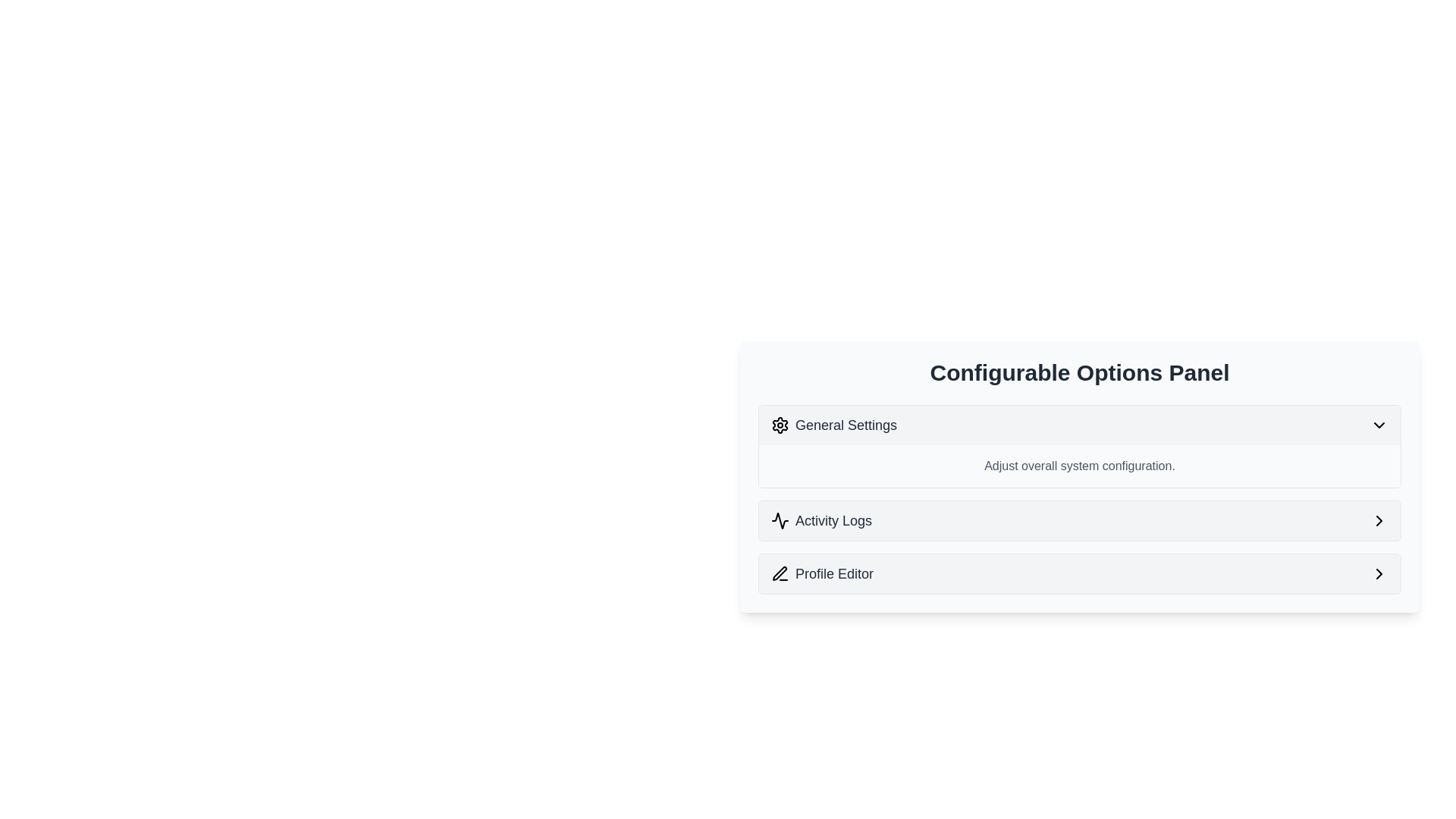 Image resolution: width=1456 pixels, height=819 pixels. I want to click on the pen-shaped icon that is part of the 'Profile Editor' entry within the settings panel, so click(780, 573).